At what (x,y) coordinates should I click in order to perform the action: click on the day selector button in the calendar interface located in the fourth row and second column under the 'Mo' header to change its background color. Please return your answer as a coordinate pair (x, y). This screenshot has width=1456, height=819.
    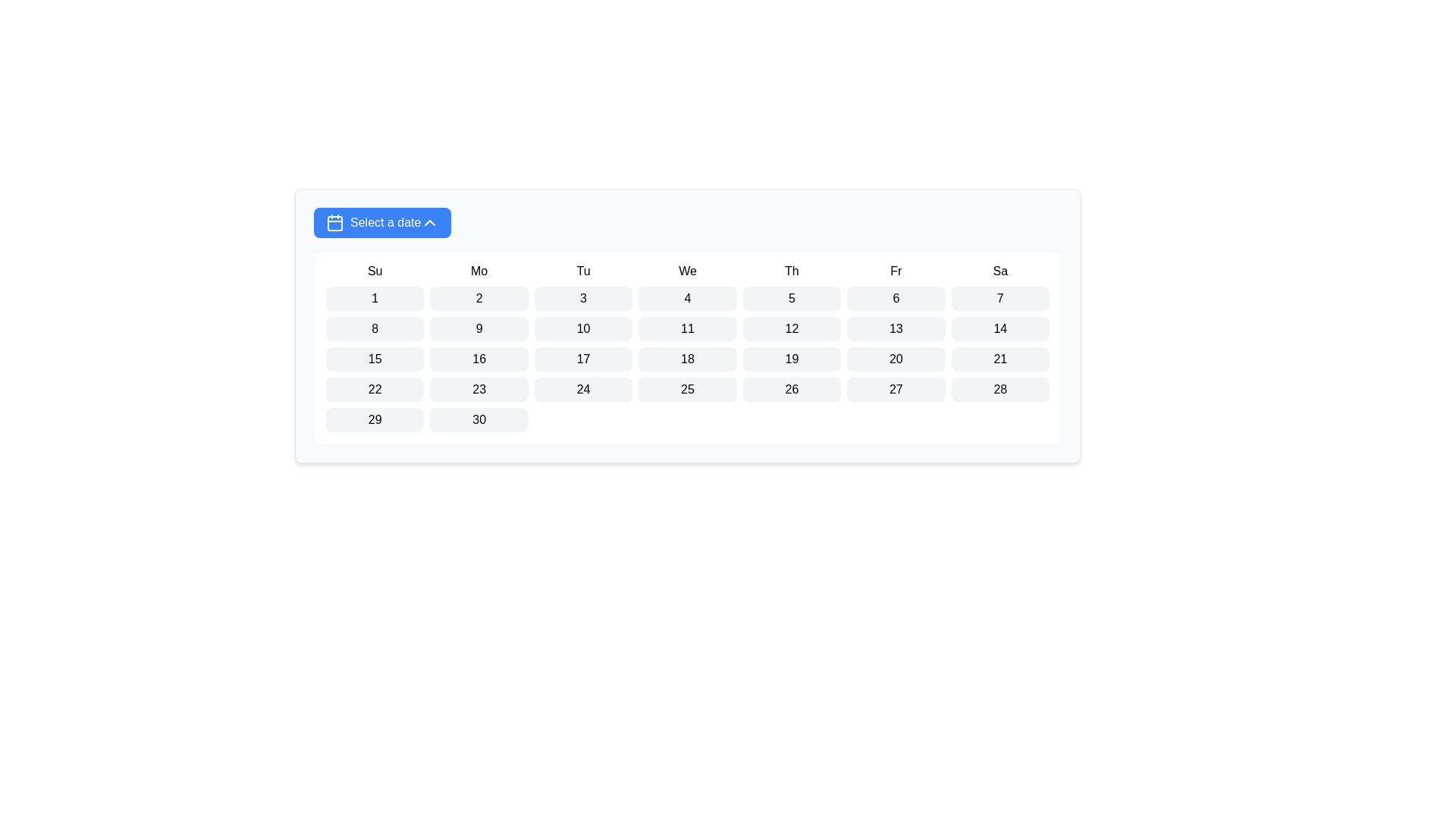
    Looking at the image, I should click on (479, 388).